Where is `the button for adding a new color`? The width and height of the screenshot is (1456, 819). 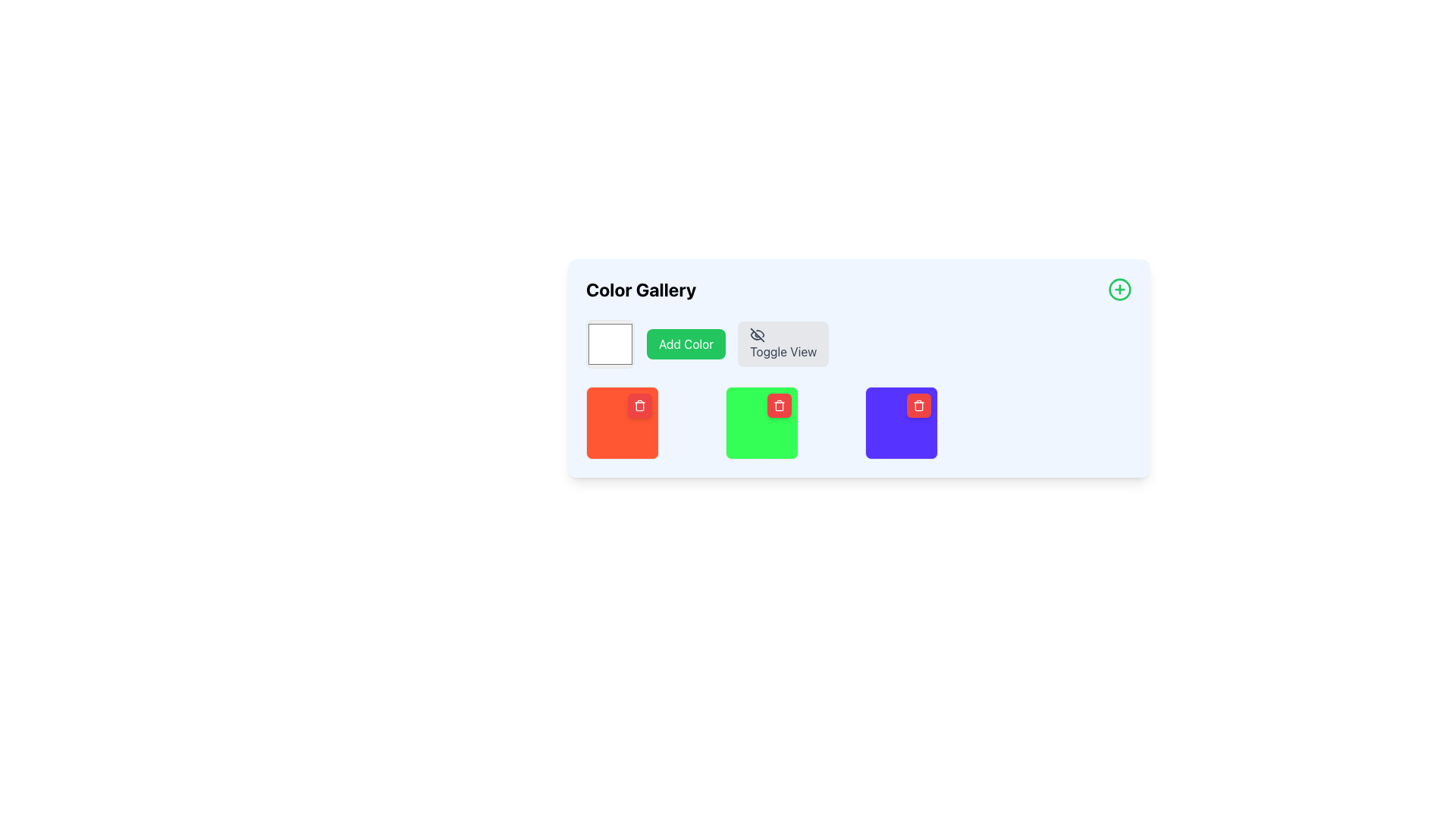
the button for adding a new color is located at coordinates (686, 344).